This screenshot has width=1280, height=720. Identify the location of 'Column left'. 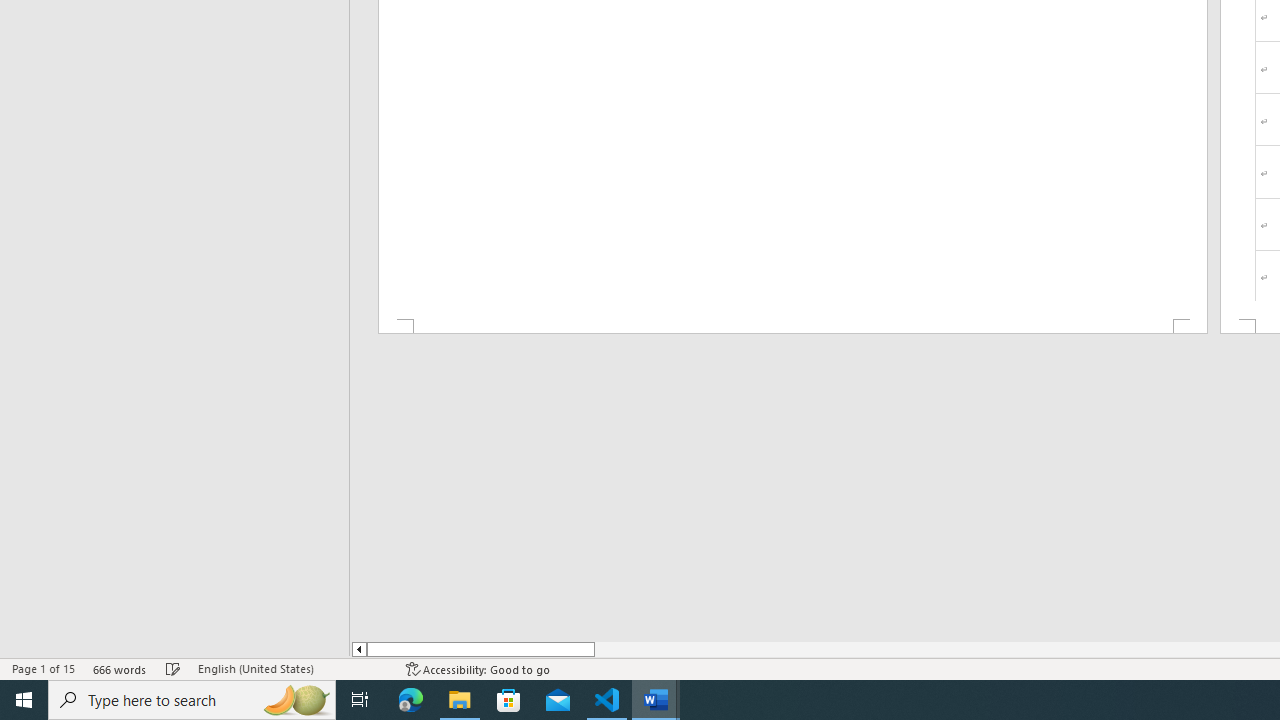
(358, 649).